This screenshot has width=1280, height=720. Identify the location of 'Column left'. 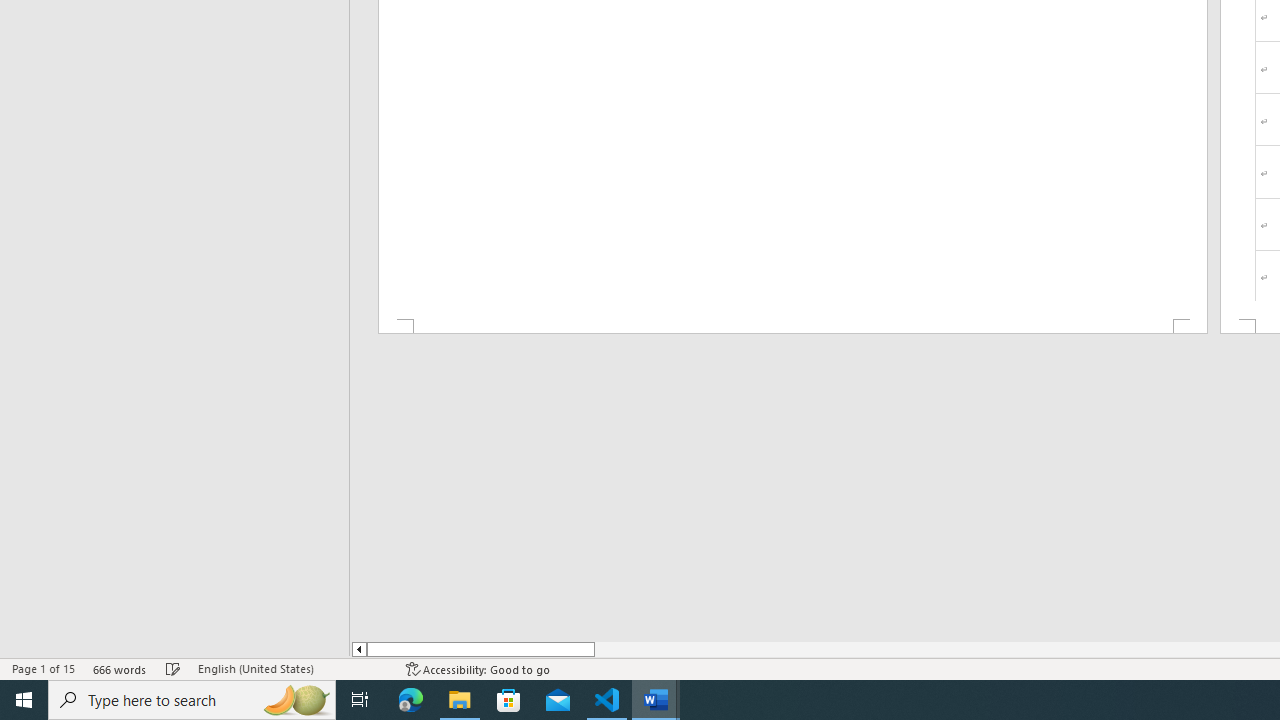
(358, 649).